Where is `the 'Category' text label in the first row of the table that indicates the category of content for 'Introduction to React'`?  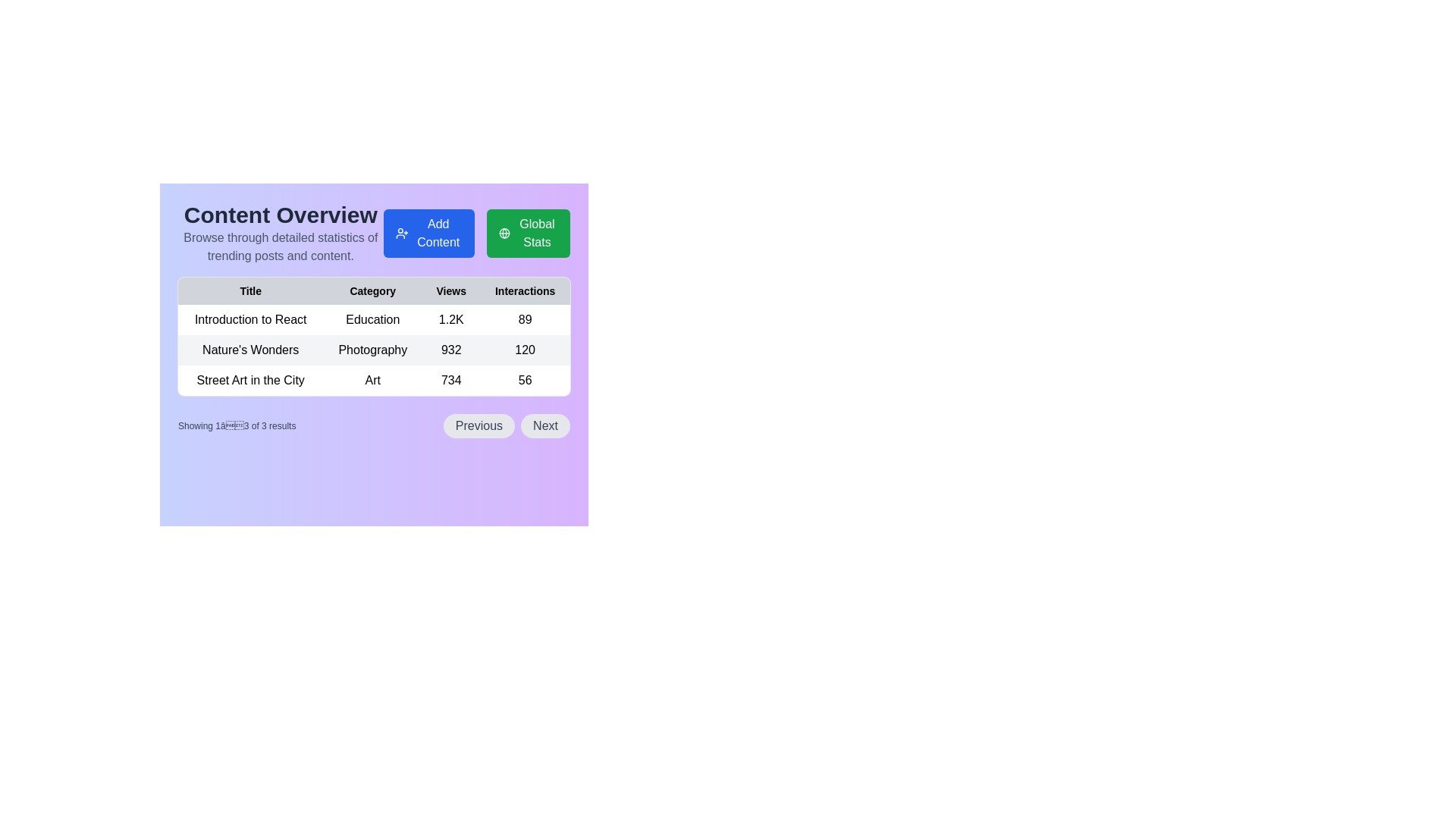 the 'Category' text label in the first row of the table that indicates the category of content for 'Introduction to React' is located at coordinates (372, 318).